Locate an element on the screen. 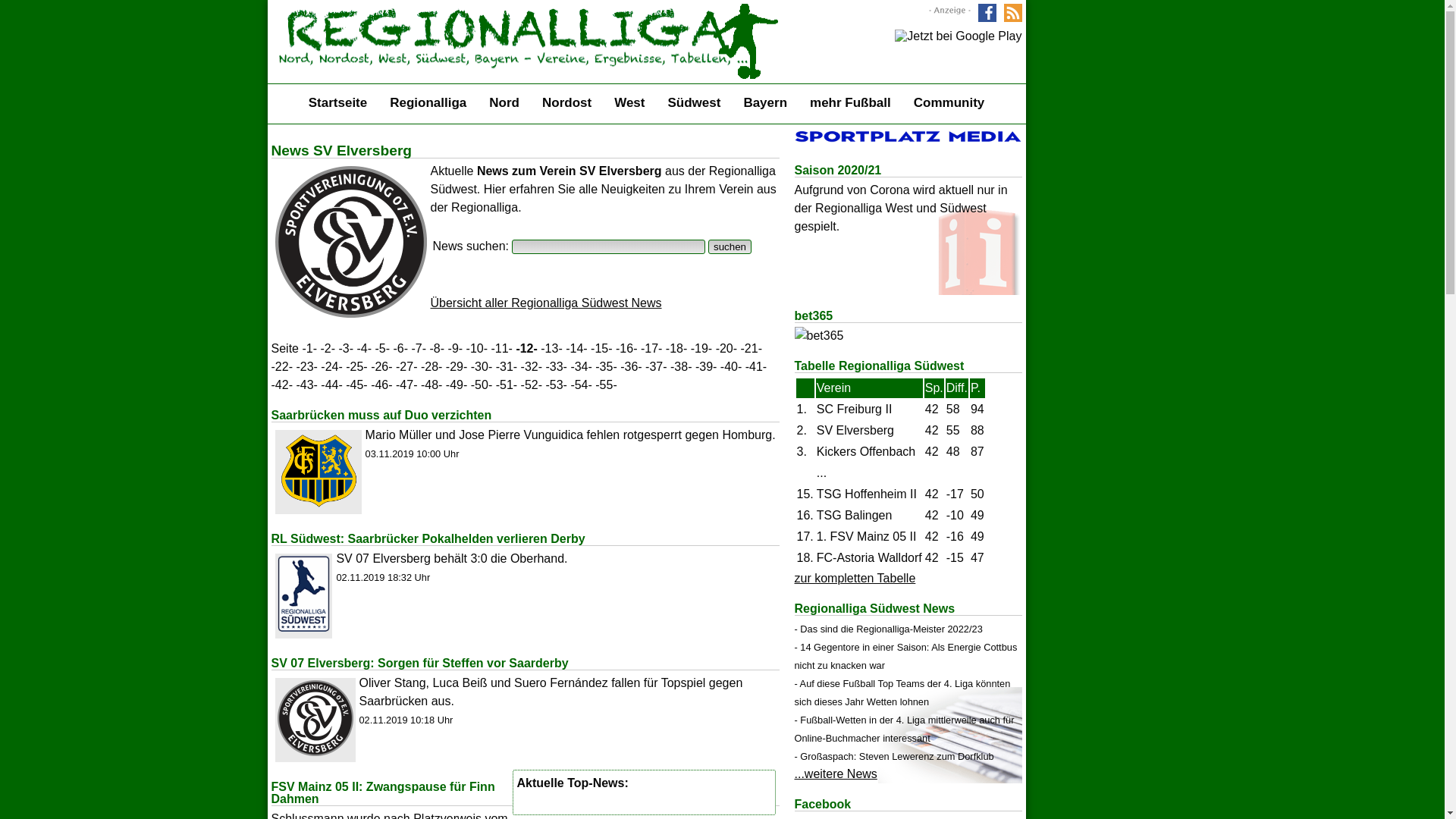 The height and width of the screenshot is (819, 1456). '-50-' is located at coordinates (480, 384).